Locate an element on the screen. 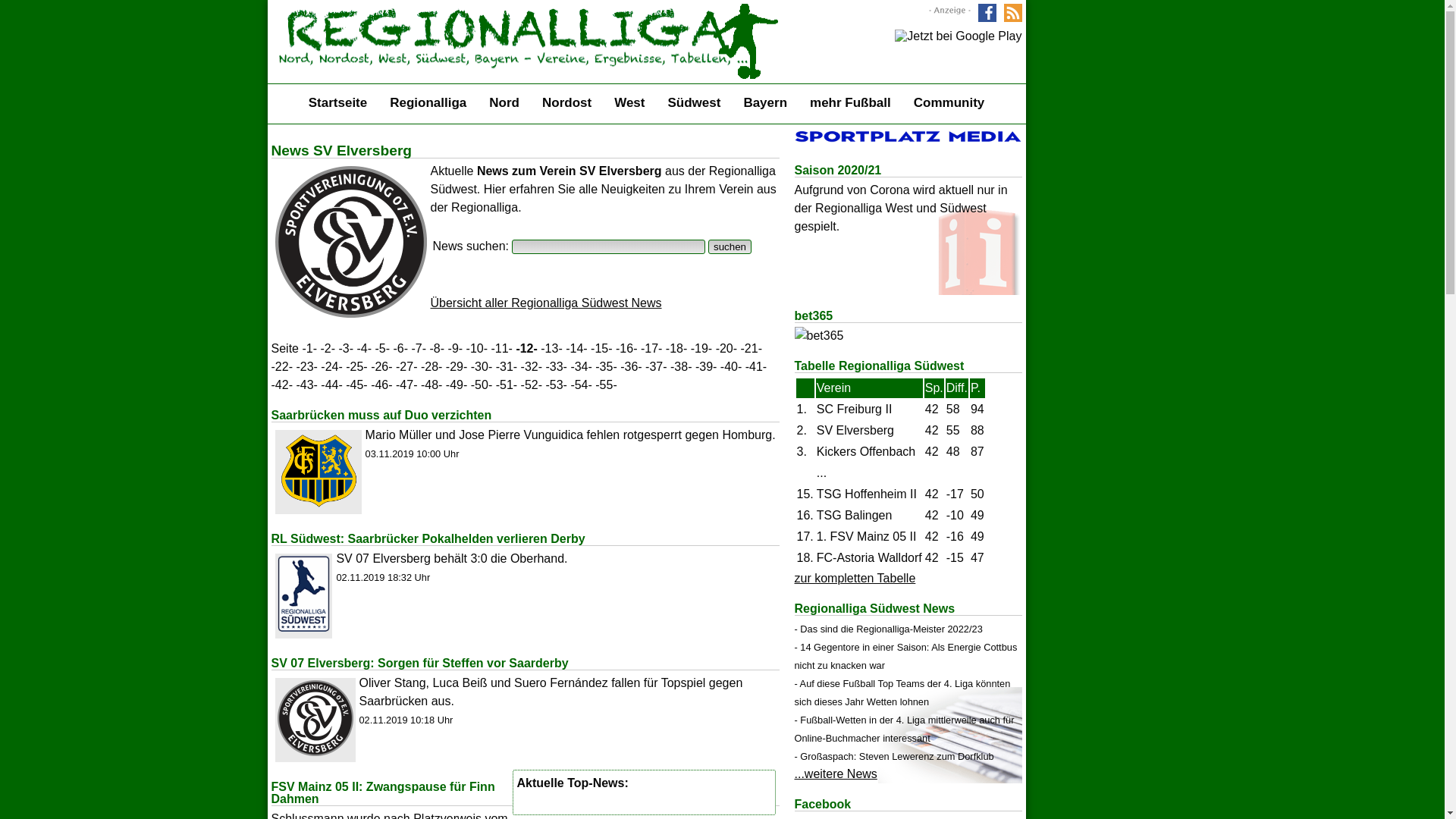 The height and width of the screenshot is (819, 1456). '-50-' is located at coordinates (480, 384).